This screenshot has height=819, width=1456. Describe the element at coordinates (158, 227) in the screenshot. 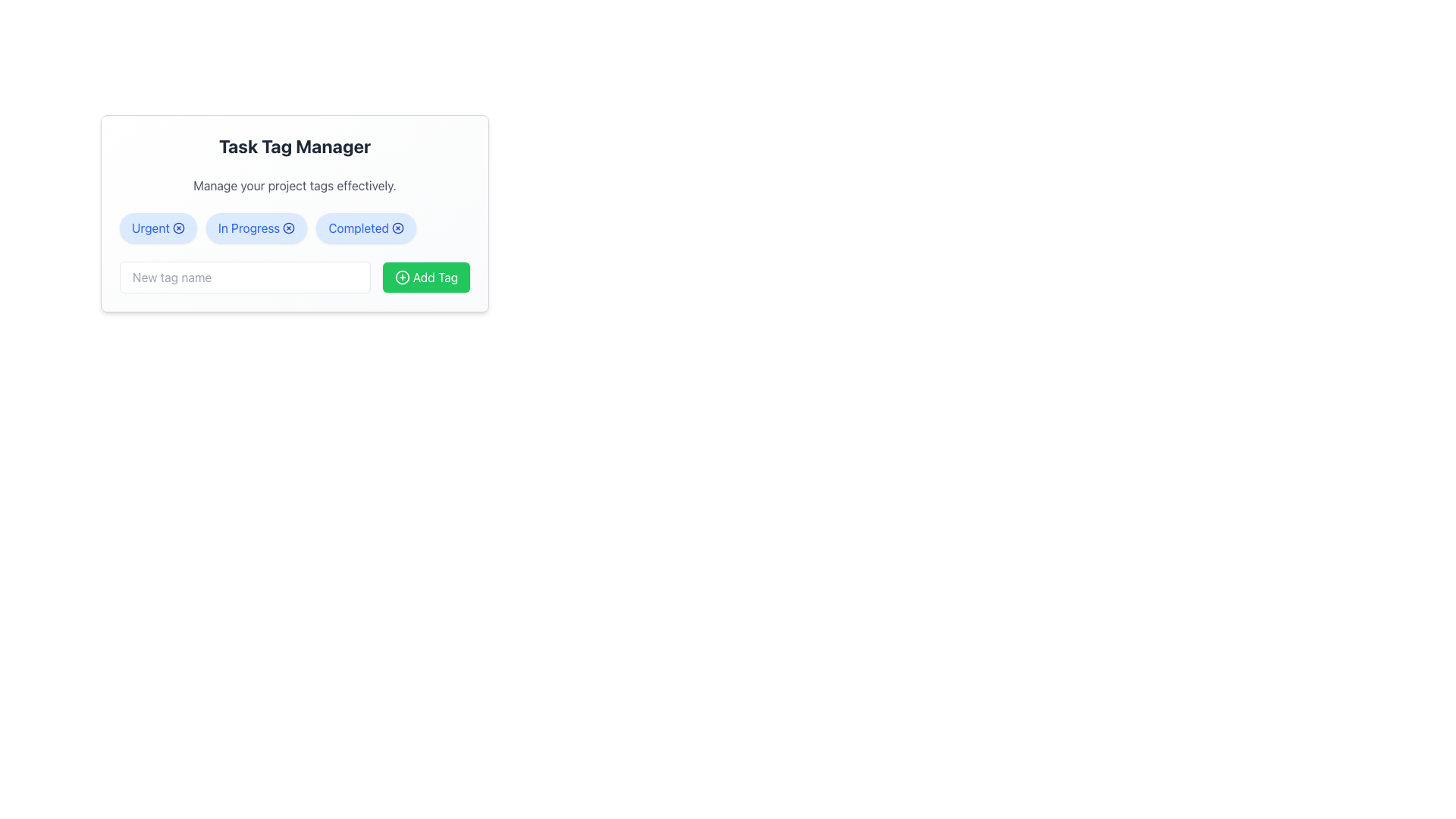

I see `the close icon on the 'Urgent' pill-shaped tag located in the 'Task Tag Manager' box, which is the first tag in the horizontal list` at that location.